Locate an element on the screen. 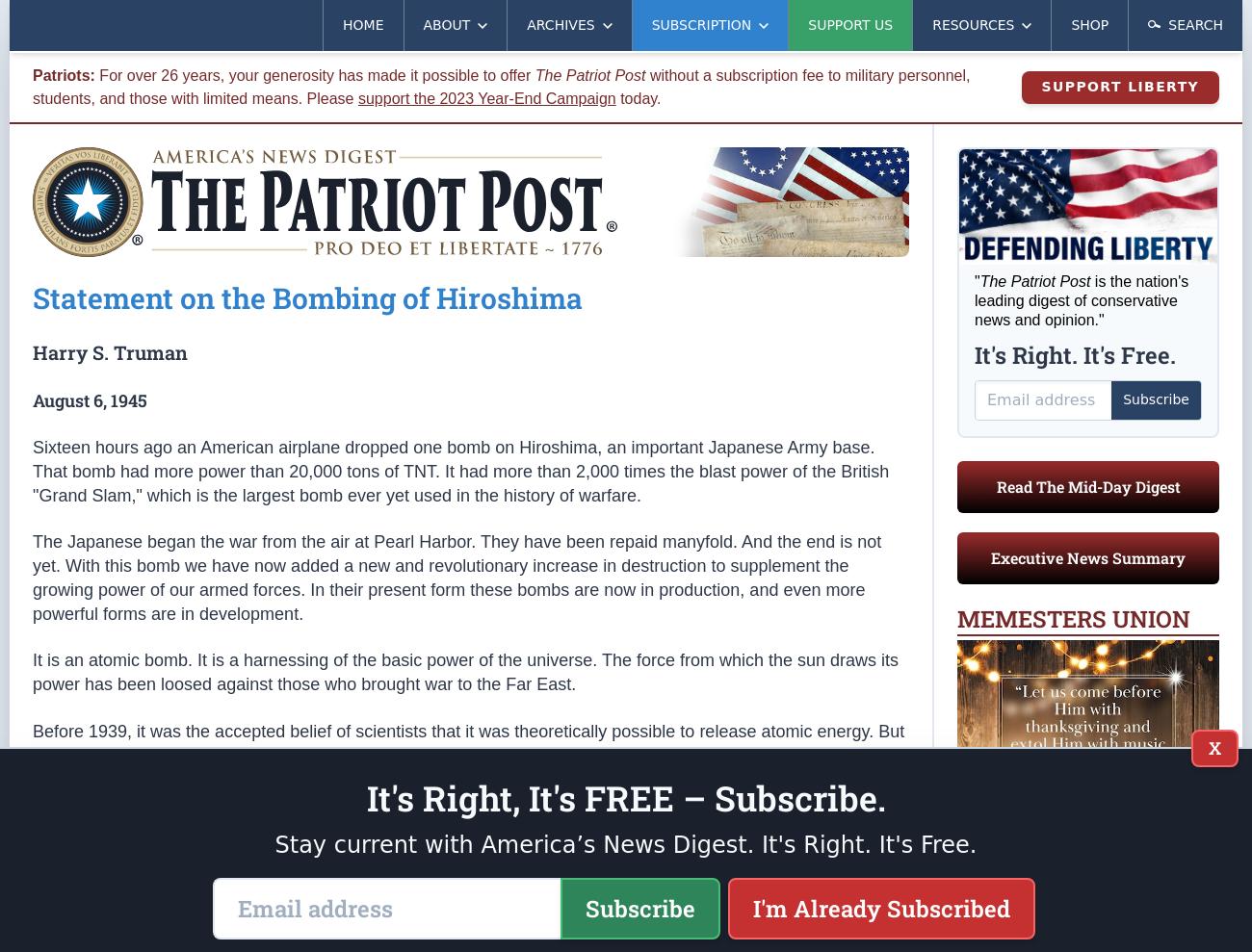 The image size is (1252, 952). 'is the nation's leading digest of conservative news and opinion."' is located at coordinates (1080, 299).